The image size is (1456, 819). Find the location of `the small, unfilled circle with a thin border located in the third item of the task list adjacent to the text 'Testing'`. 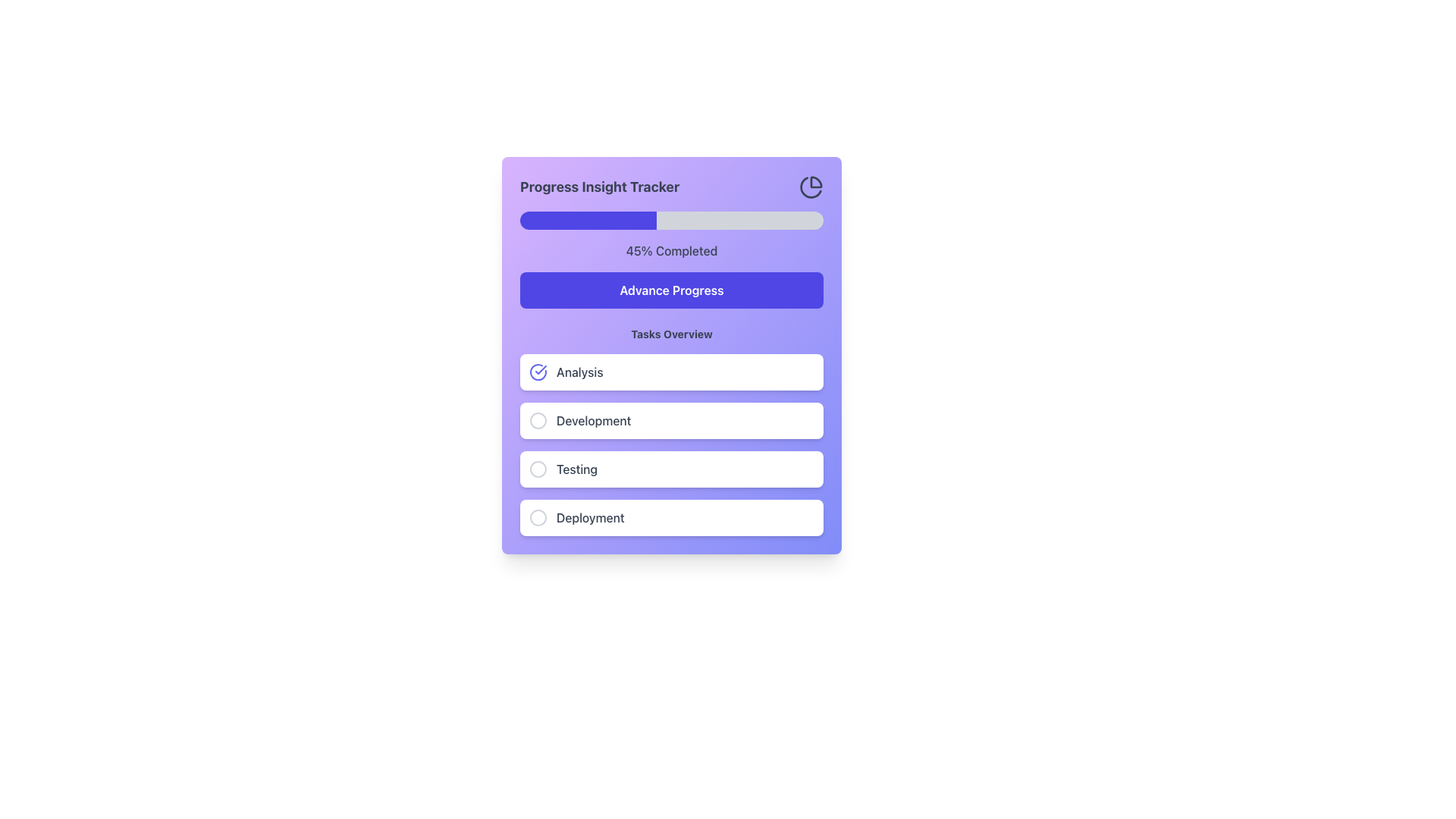

the small, unfilled circle with a thin border located in the third item of the task list adjacent to the text 'Testing' is located at coordinates (538, 468).